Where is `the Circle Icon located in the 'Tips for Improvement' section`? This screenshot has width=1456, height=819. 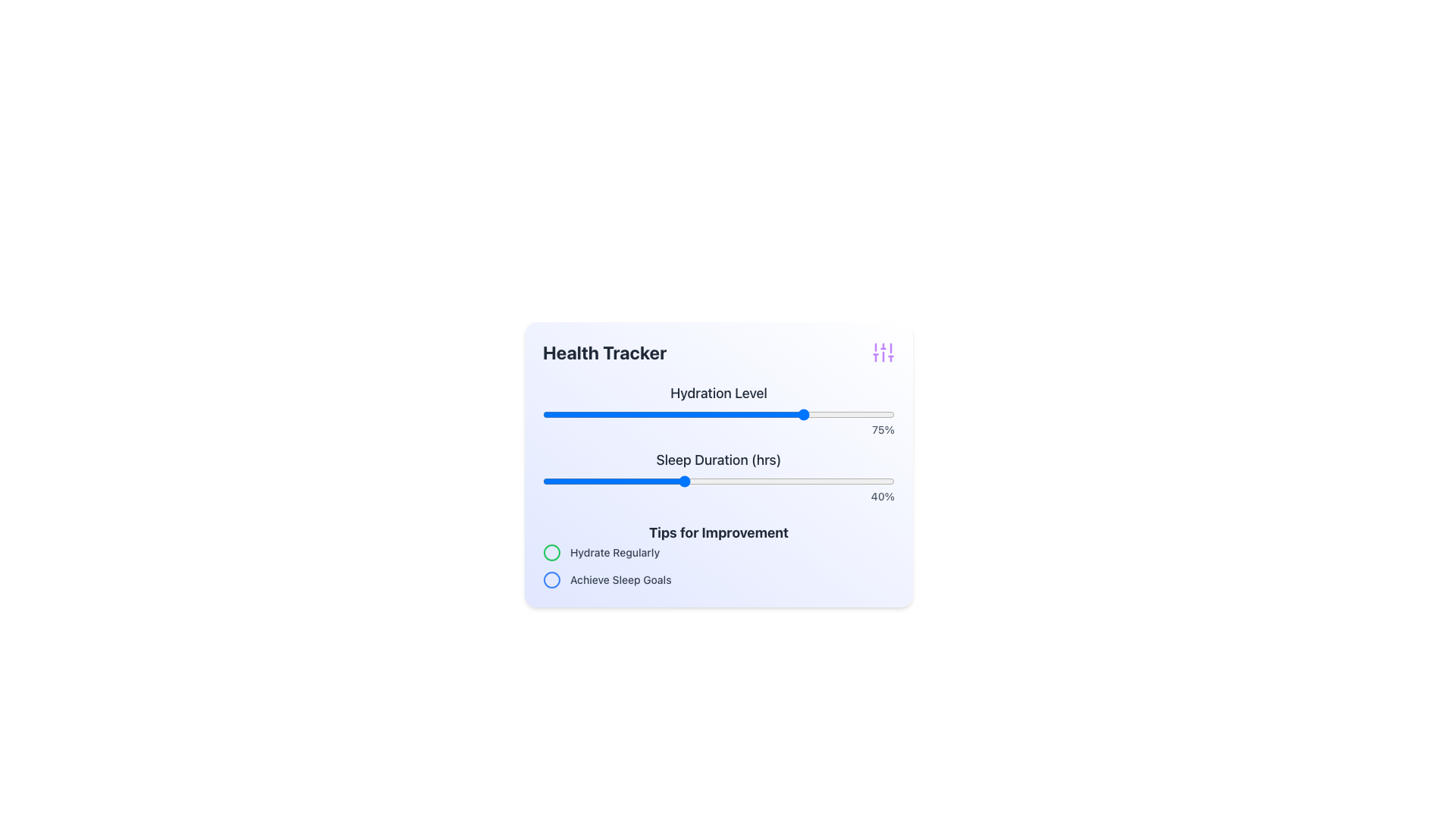 the Circle Icon located in the 'Tips for Improvement' section is located at coordinates (551, 553).